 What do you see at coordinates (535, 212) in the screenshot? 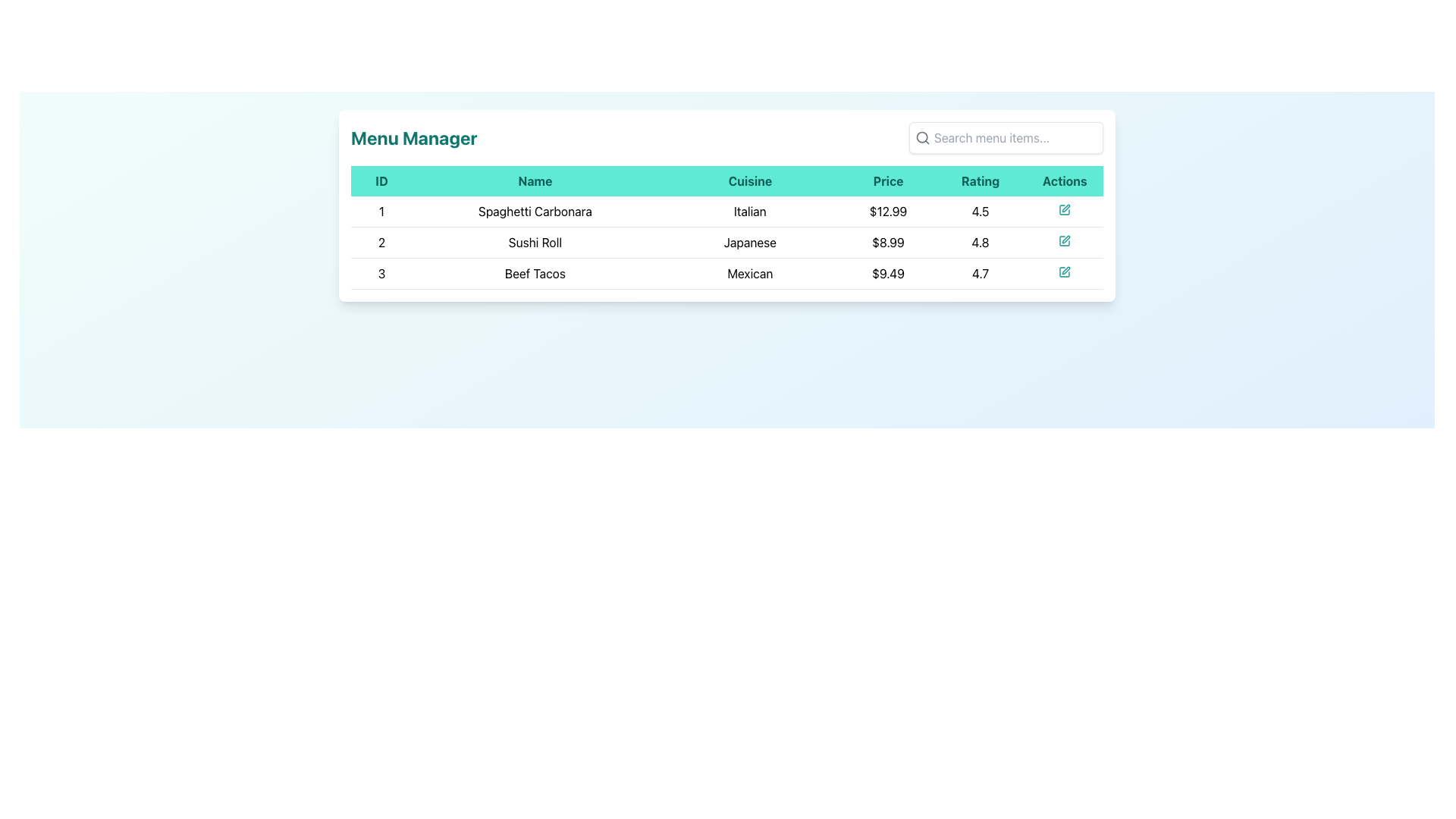
I see `the text displayed in the second cell of the 'Name' column in the 'Menu Manager' section, where the ID is '1'` at bounding box center [535, 212].